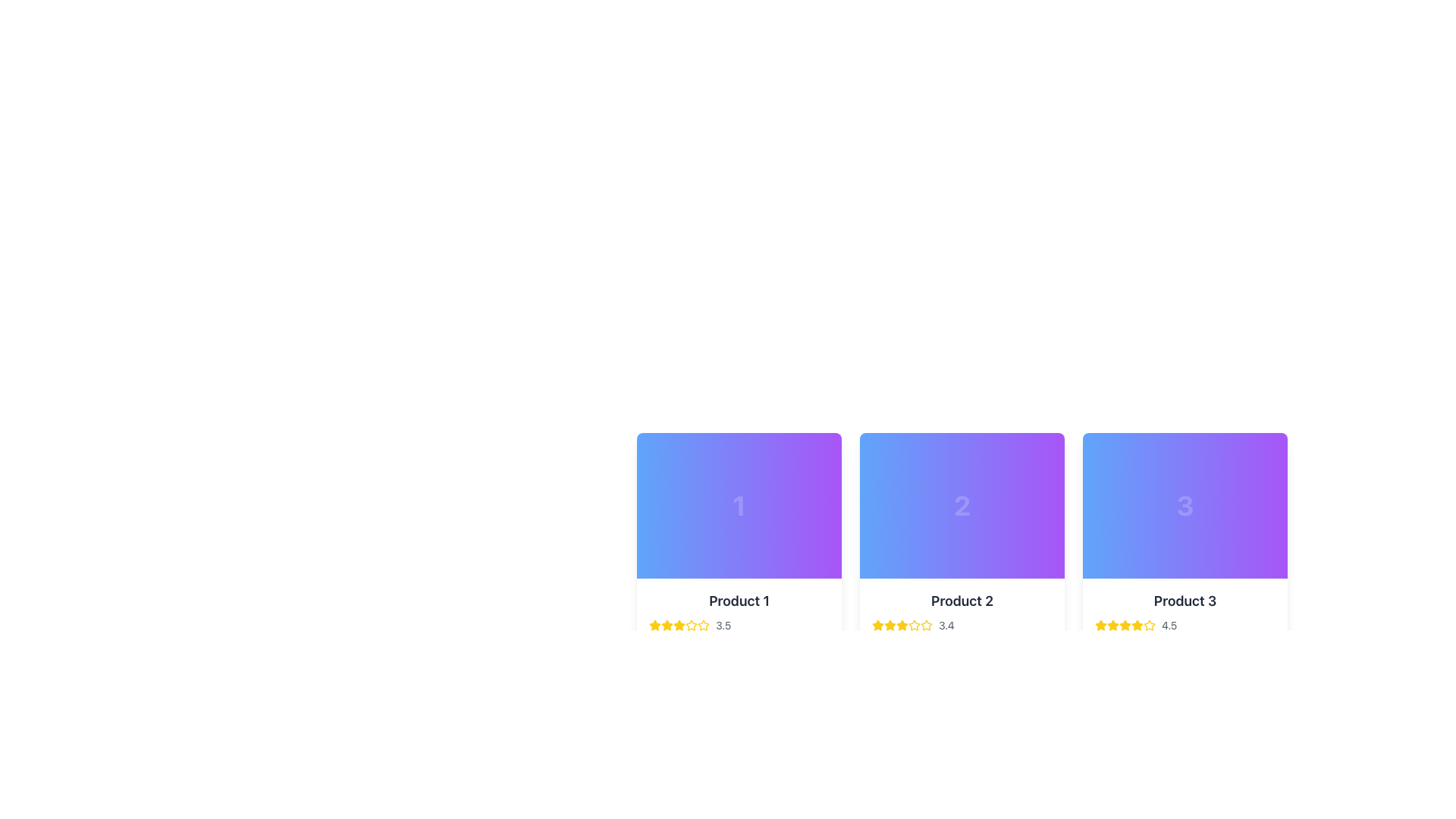  What do you see at coordinates (961, 601) in the screenshot?
I see `the text label displaying 'Product 2', which is styled with a bold and large font and located beneath a gradient rectangle with the number '2', to interact with the product` at bounding box center [961, 601].